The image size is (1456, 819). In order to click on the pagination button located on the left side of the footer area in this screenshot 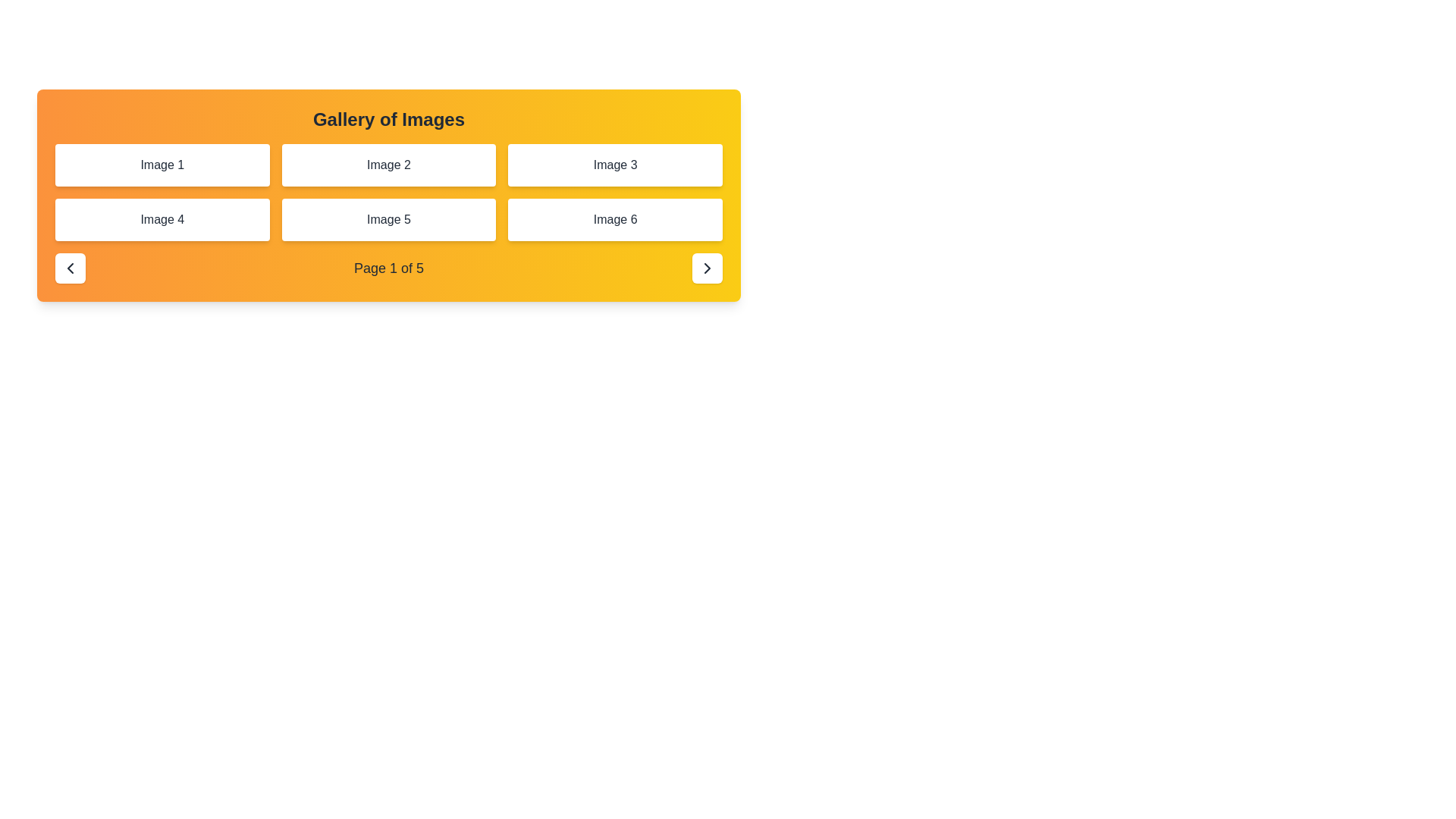, I will do `click(69, 268)`.